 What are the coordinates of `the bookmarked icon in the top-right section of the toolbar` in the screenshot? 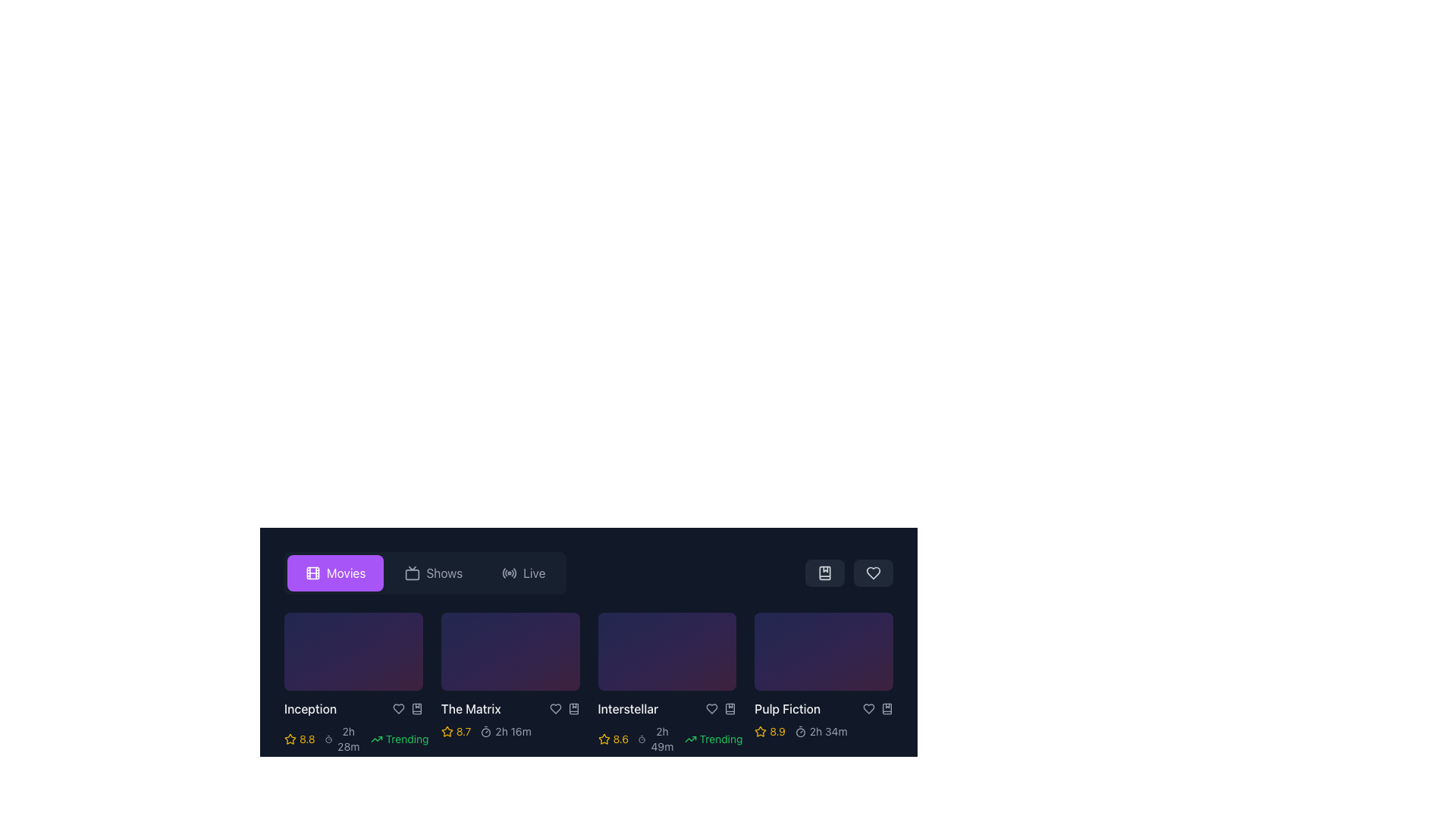 It's located at (824, 573).